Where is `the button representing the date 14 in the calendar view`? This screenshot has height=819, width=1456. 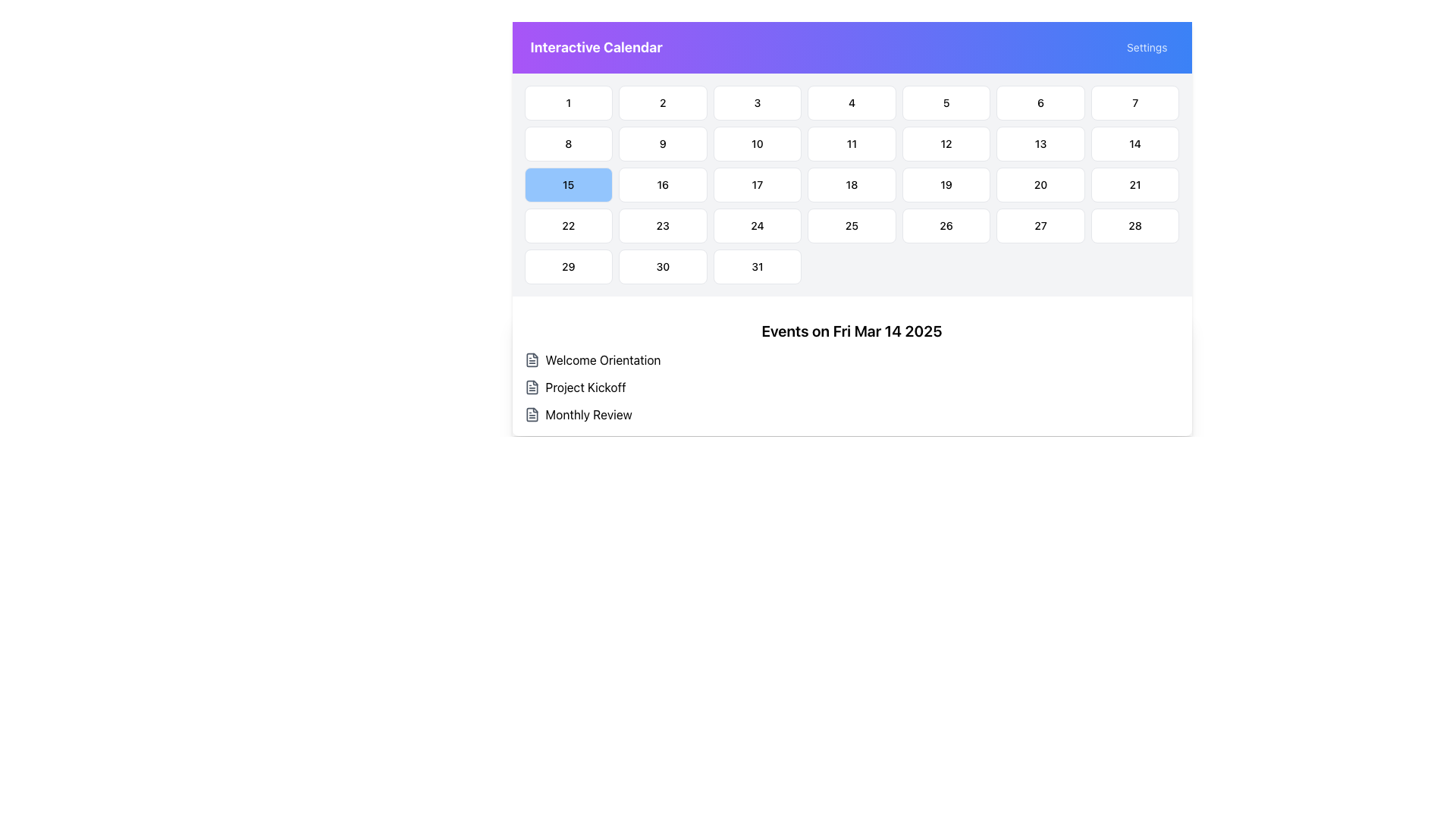
the button representing the date 14 in the calendar view is located at coordinates (1135, 143).